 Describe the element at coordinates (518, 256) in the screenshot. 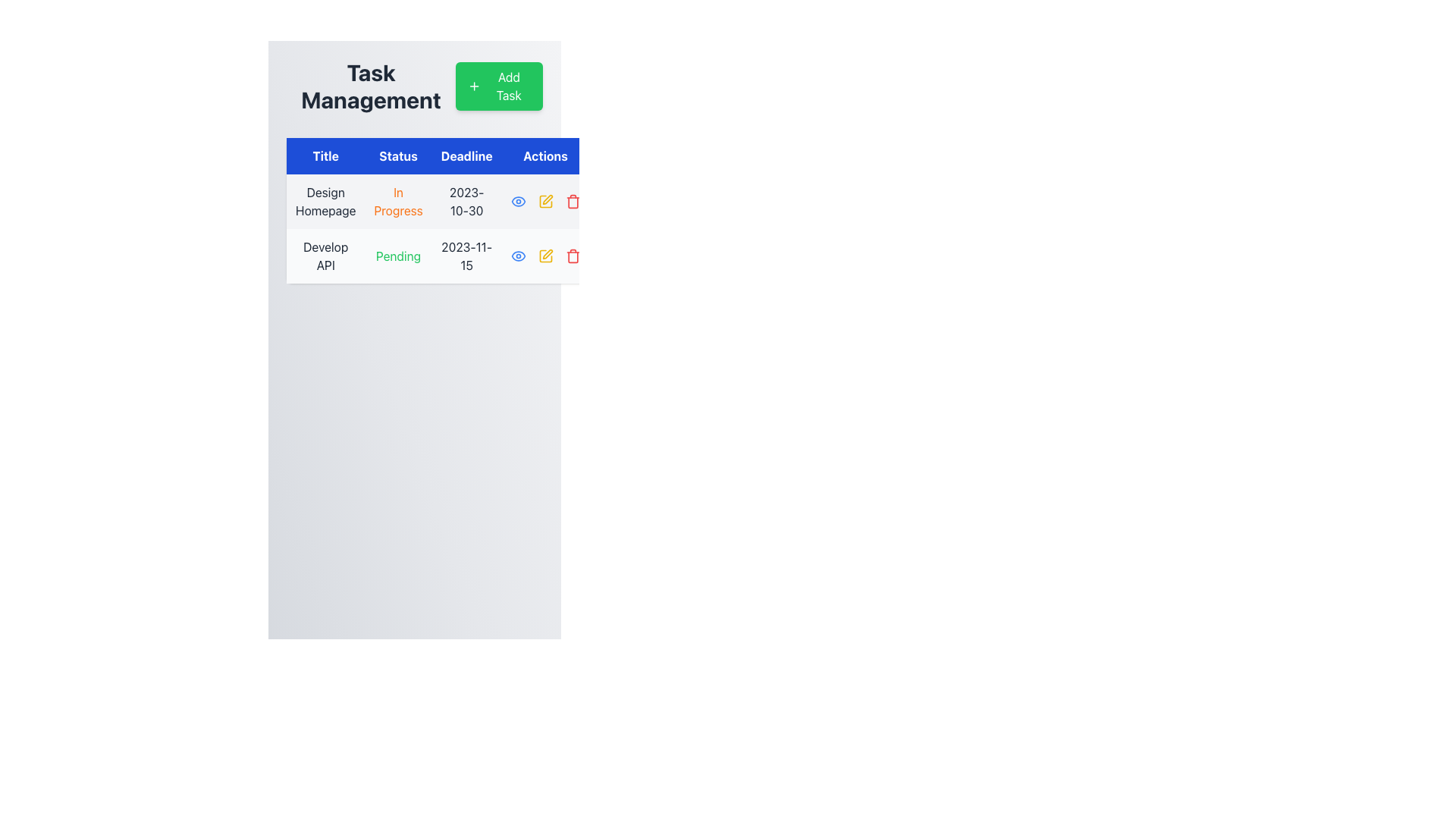

I see `the eye icon in the 'Actions' column of the first row of the table` at that location.